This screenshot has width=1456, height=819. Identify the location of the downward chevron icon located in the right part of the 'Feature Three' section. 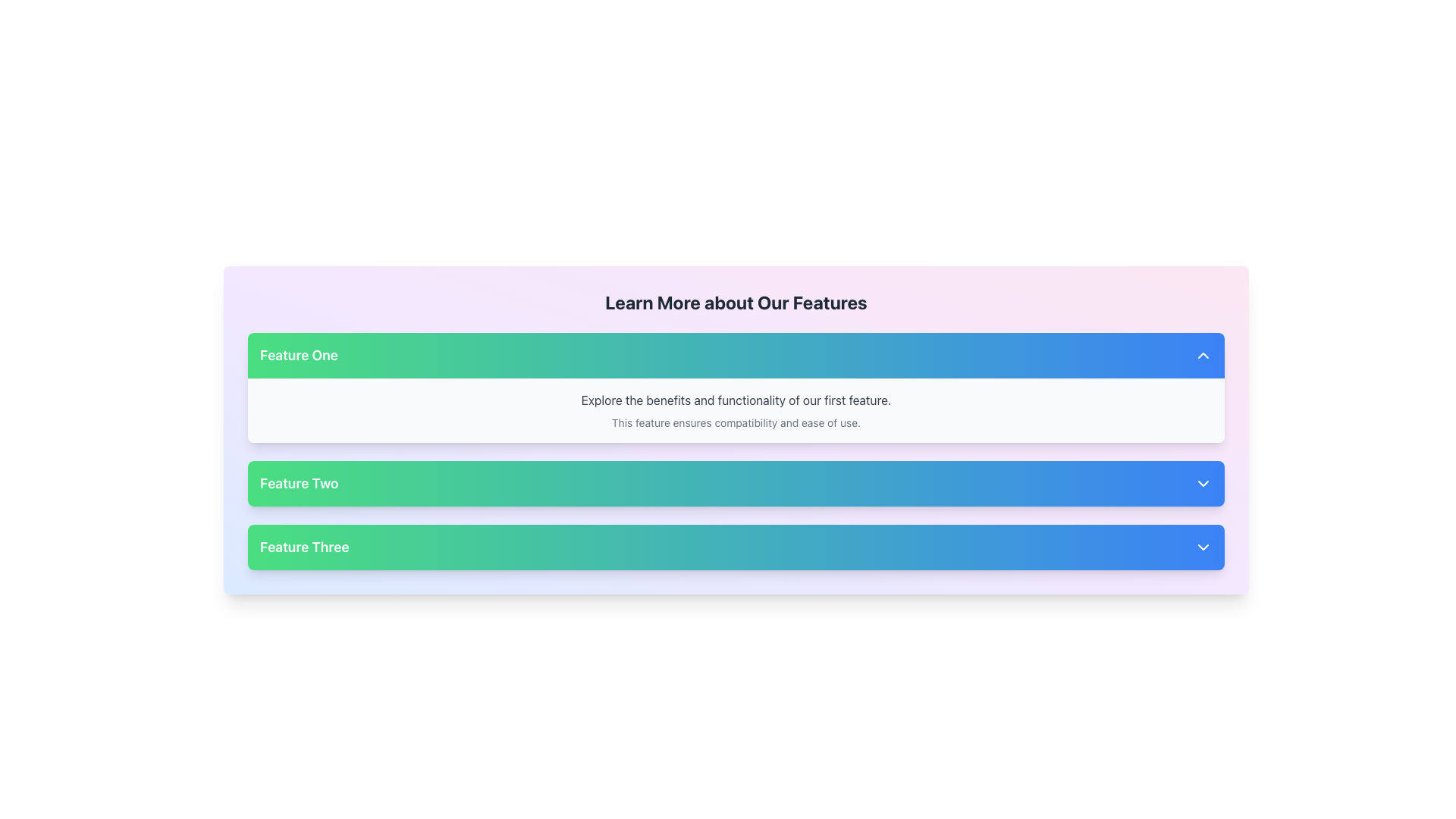
(1203, 547).